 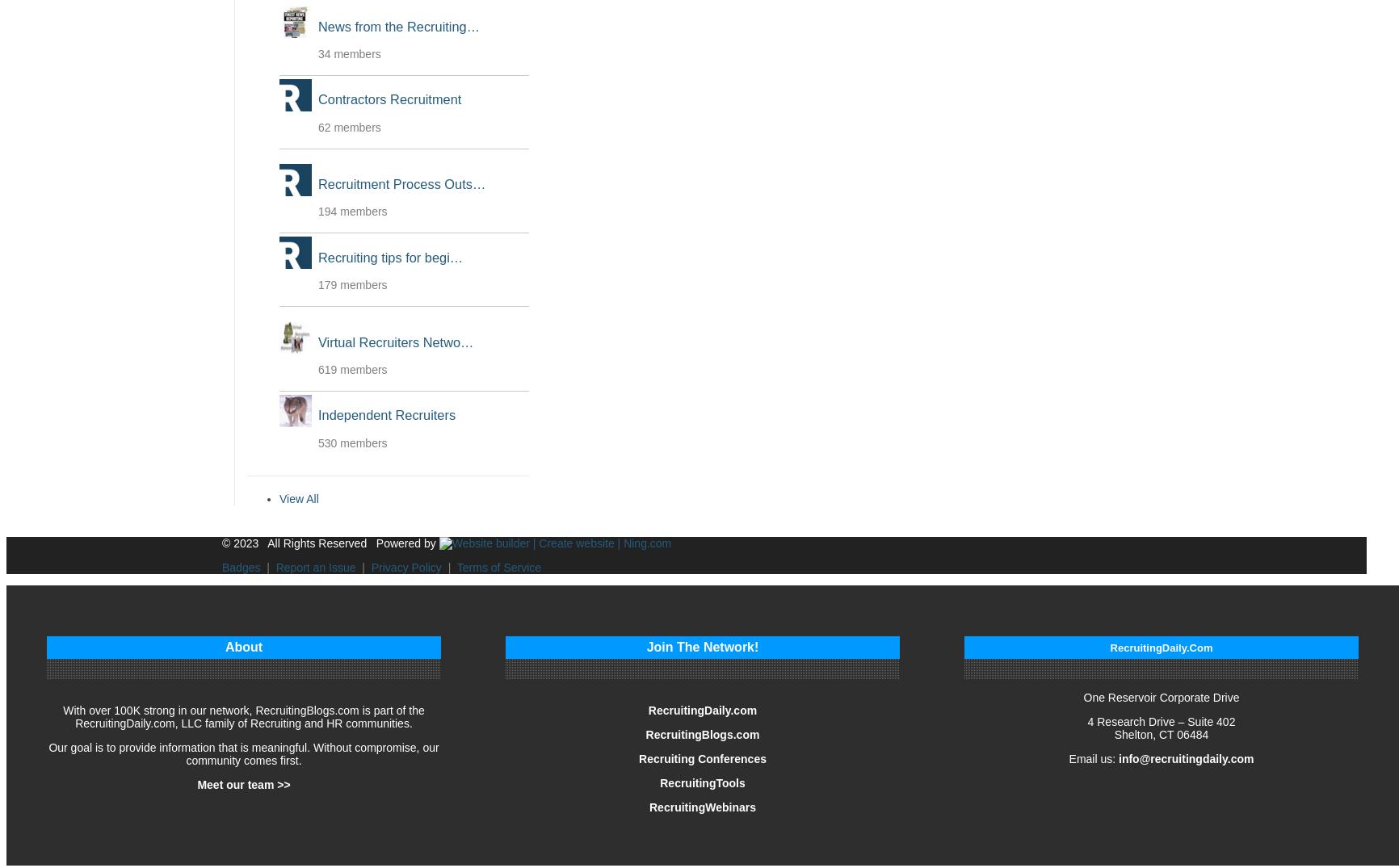 What do you see at coordinates (242, 715) in the screenshot?
I see `'With over 100K strong in our network, RecruitingBlogs.com is part of the RecruitingDaily.com, LLC family of Recruiting and HR communities.'` at bounding box center [242, 715].